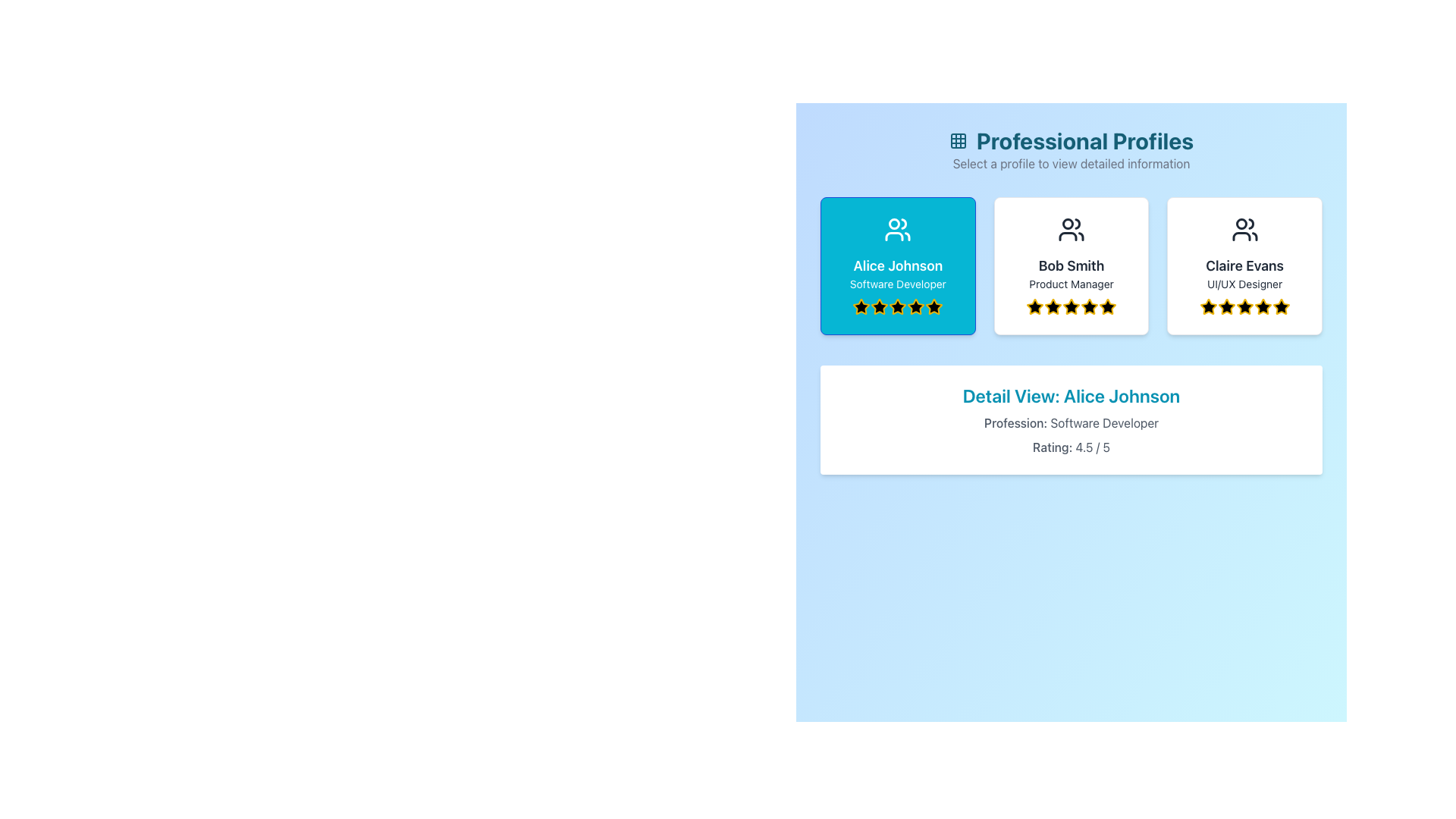 The image size is (1456, 819). I want to click on the third yellow star-shaped rating icon in the rating section of the 'Claire Evans - UI/UX Designer' card, so click(1244, 307).